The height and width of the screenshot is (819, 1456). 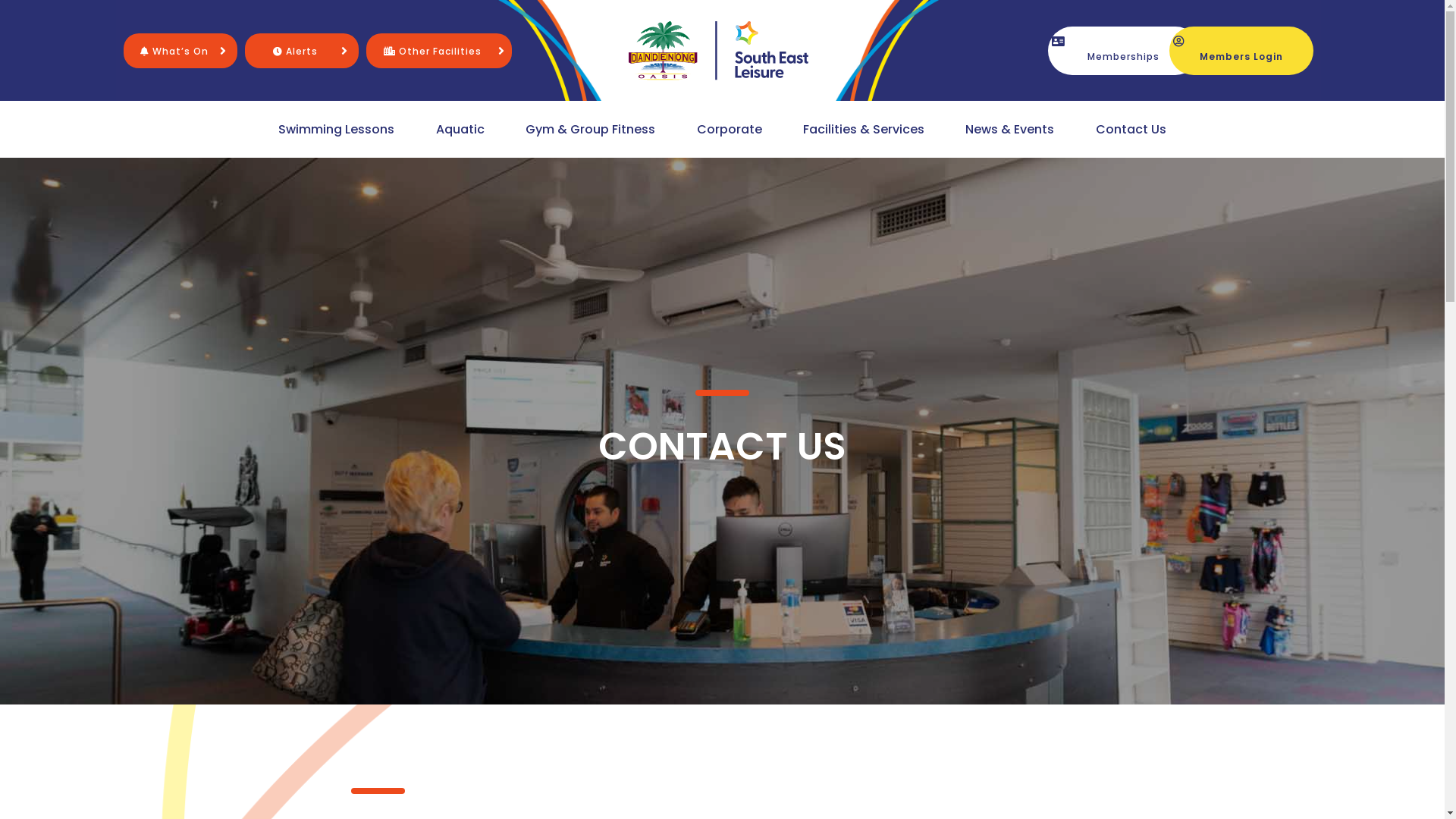 I want to click on 'Alerts', so click(x=295, y=49).